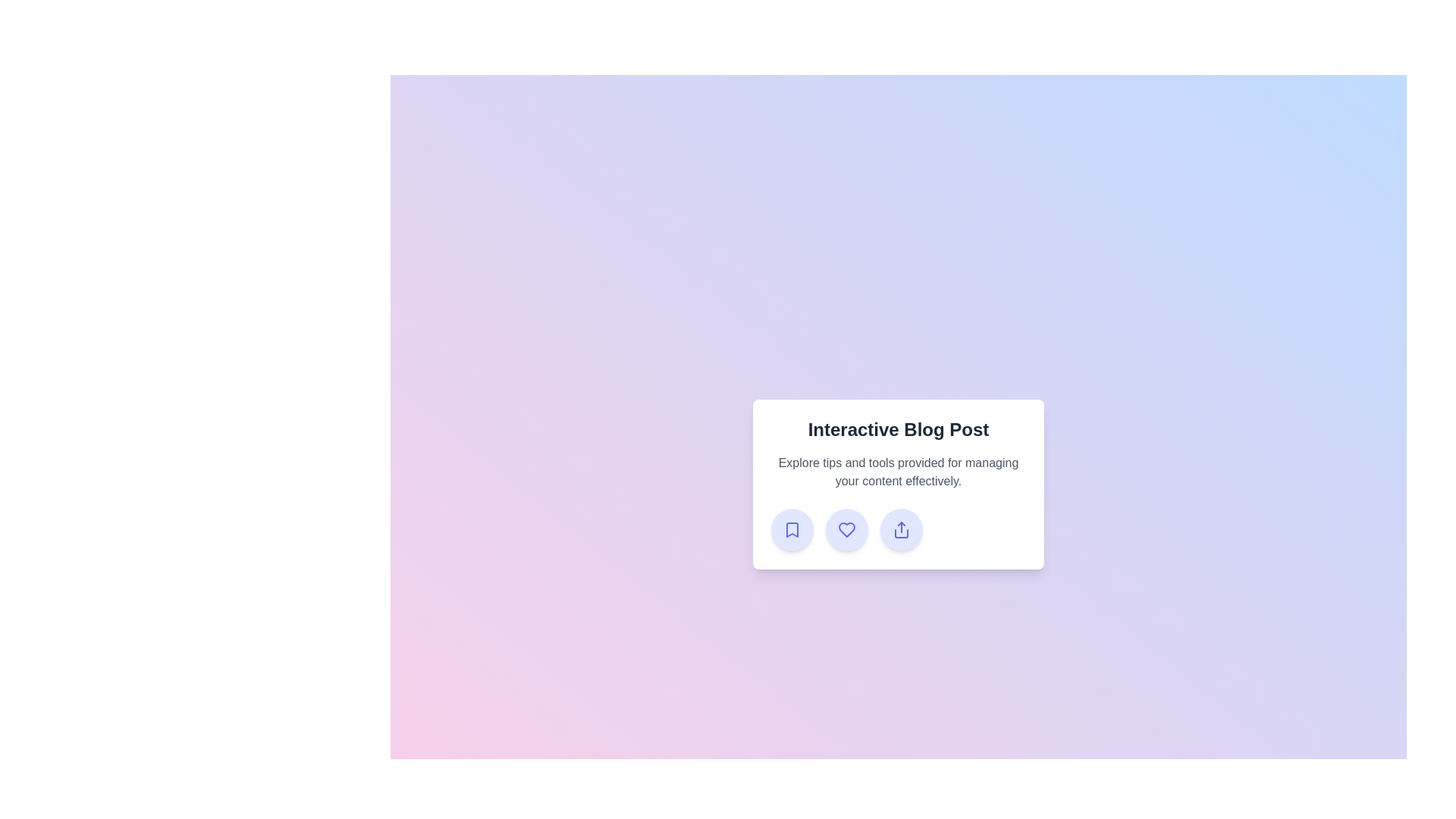 This screenshot has height=819, width=1456. What do you see at coordinates (846, 529) in the screenshot?
I see `the heart-shaped button with a light blue background and blue outlined icon, which is the second button in a horizontal group of three located beneath the 'Interactive Blog Post' title` at bounding box center [846, 529].